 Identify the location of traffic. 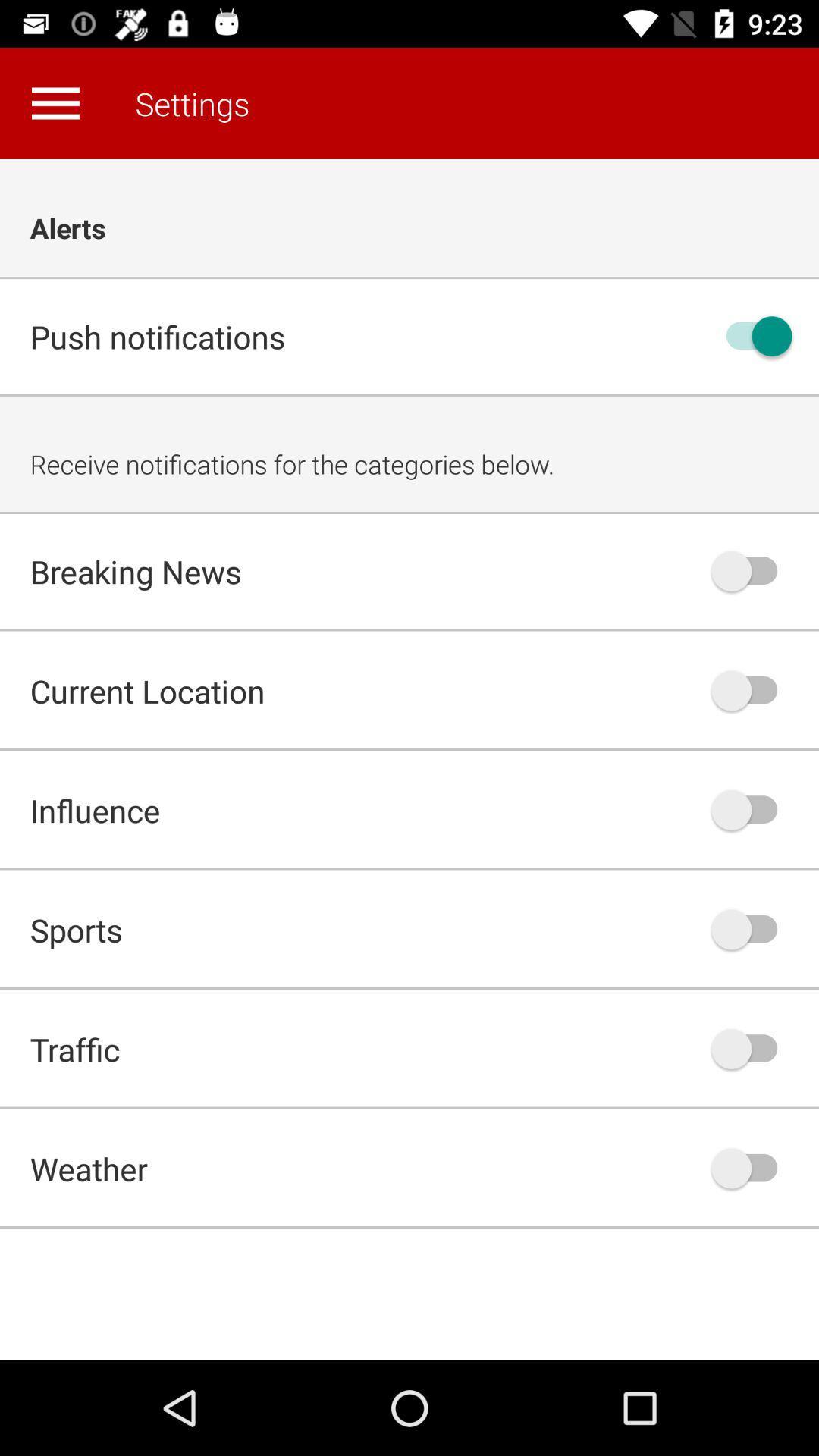
(752, 1048).